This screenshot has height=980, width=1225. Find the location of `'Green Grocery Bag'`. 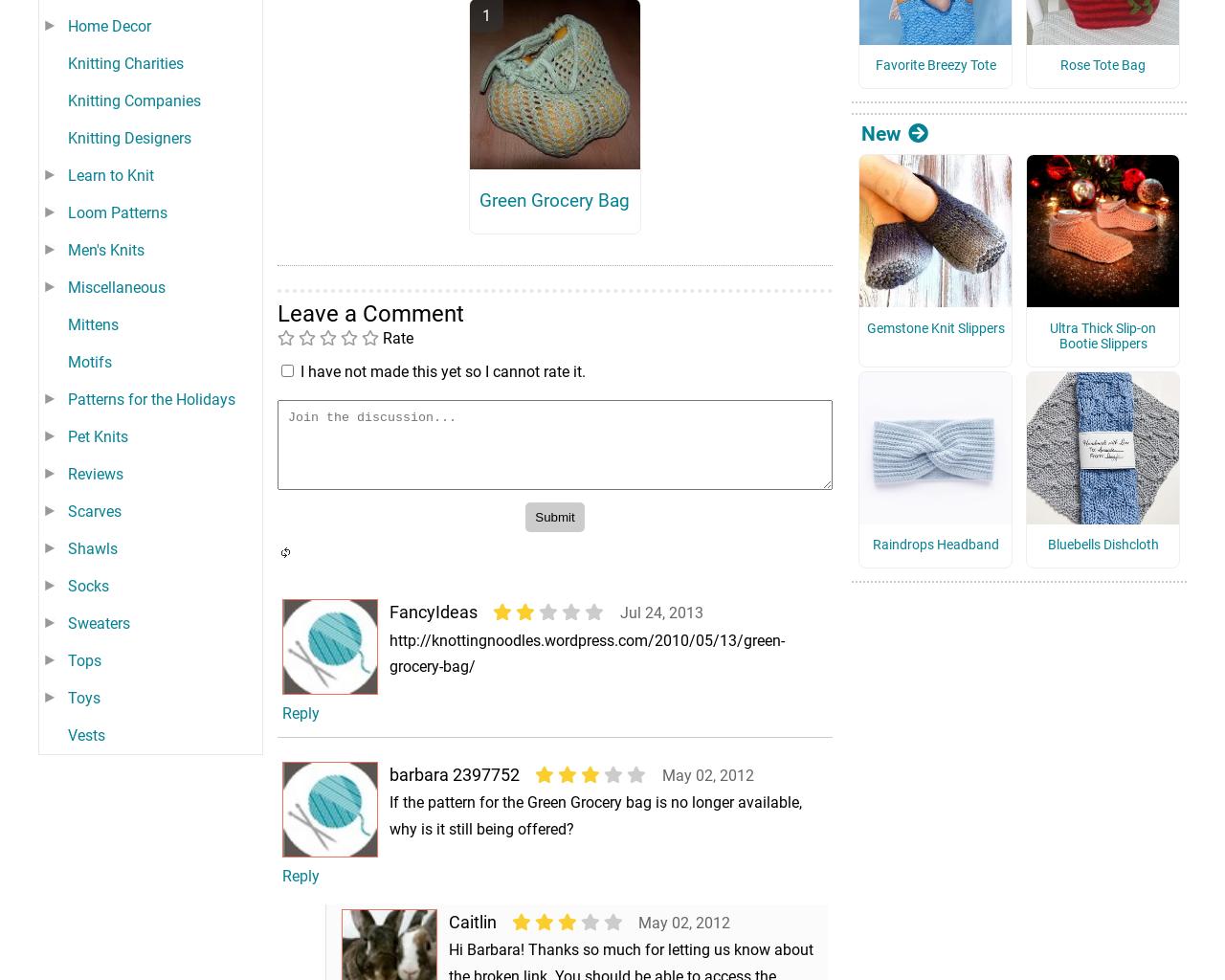

'Green Grocery Bag' is located at coordinates (479, 225).